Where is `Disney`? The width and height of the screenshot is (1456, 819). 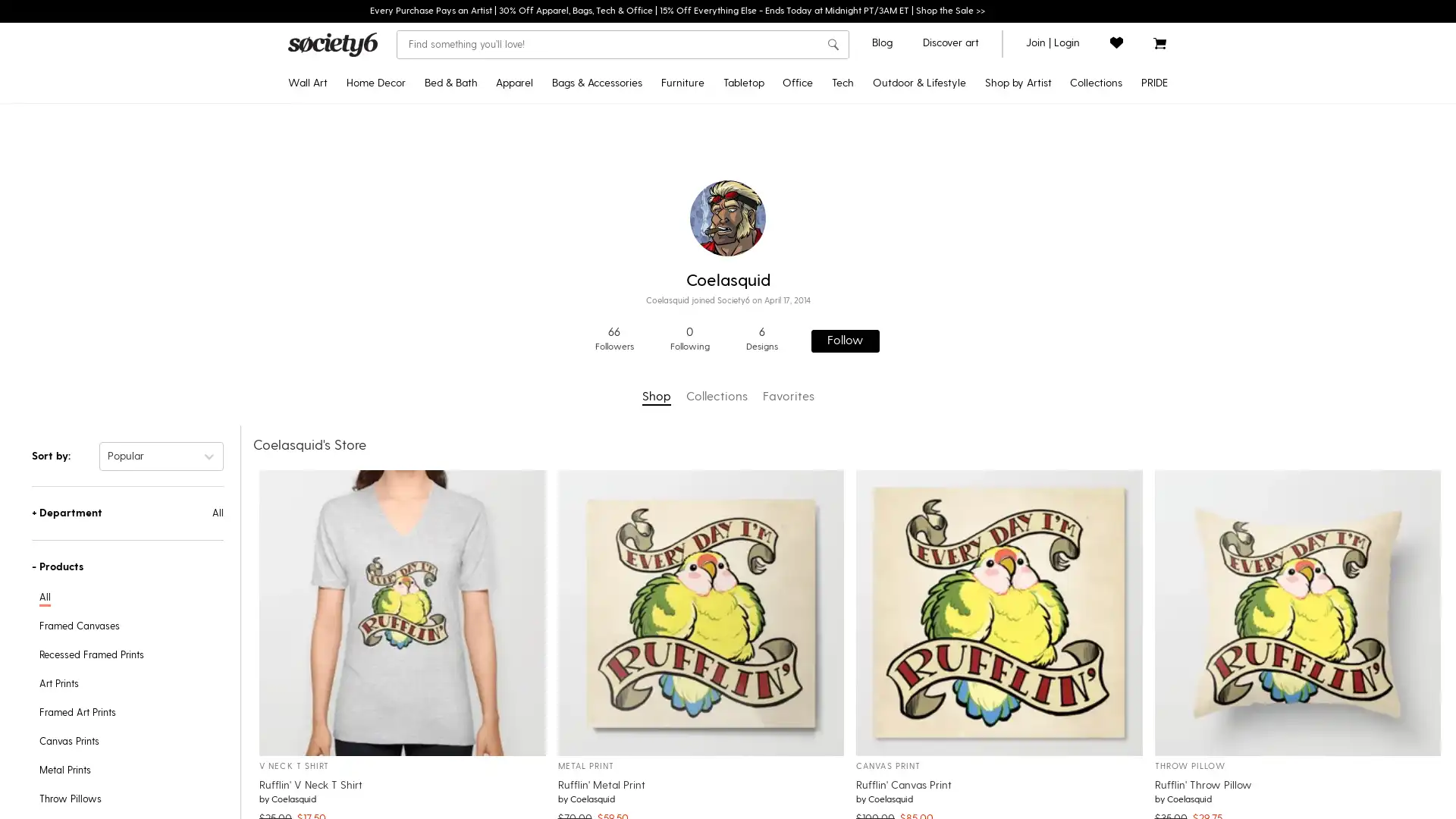
Disney is located at coordinates (977, 121).